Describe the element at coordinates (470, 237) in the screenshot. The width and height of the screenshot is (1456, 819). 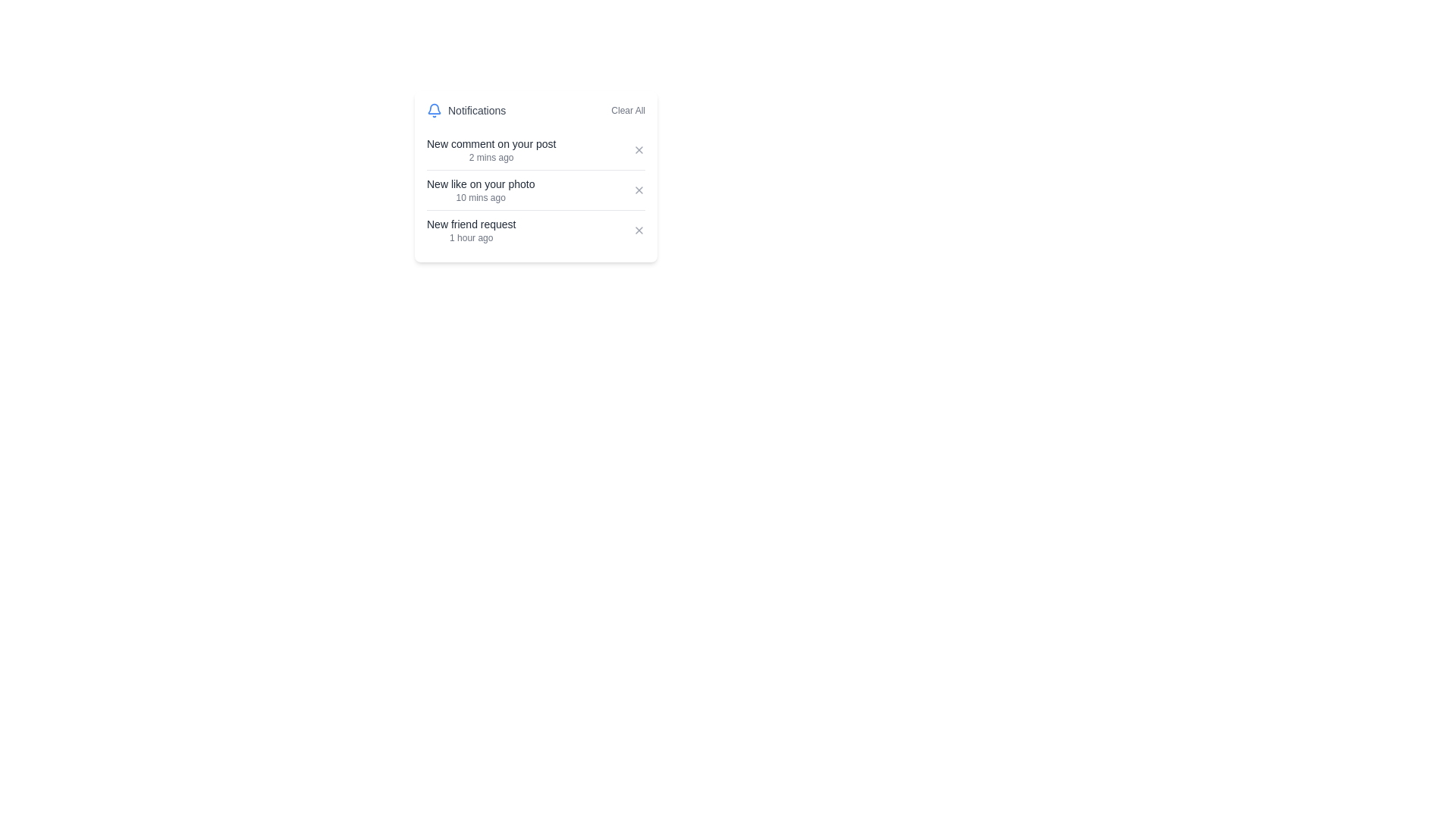
I see `the text label displaying '1 hour ago' located below 'New friend request' in the notification panel` at that location.